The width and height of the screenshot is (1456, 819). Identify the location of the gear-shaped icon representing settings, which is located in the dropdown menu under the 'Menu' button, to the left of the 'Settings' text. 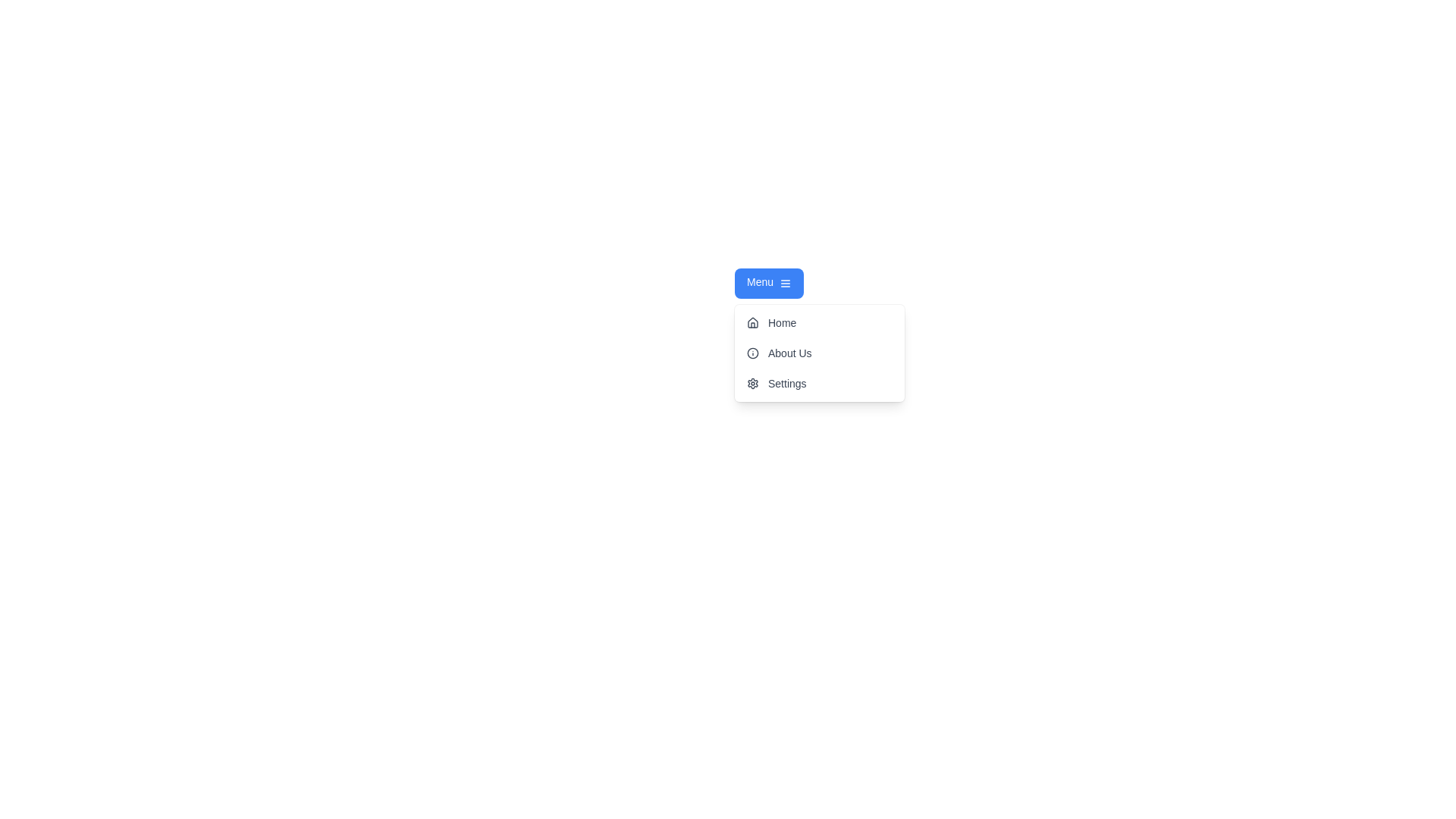
(753, 382).